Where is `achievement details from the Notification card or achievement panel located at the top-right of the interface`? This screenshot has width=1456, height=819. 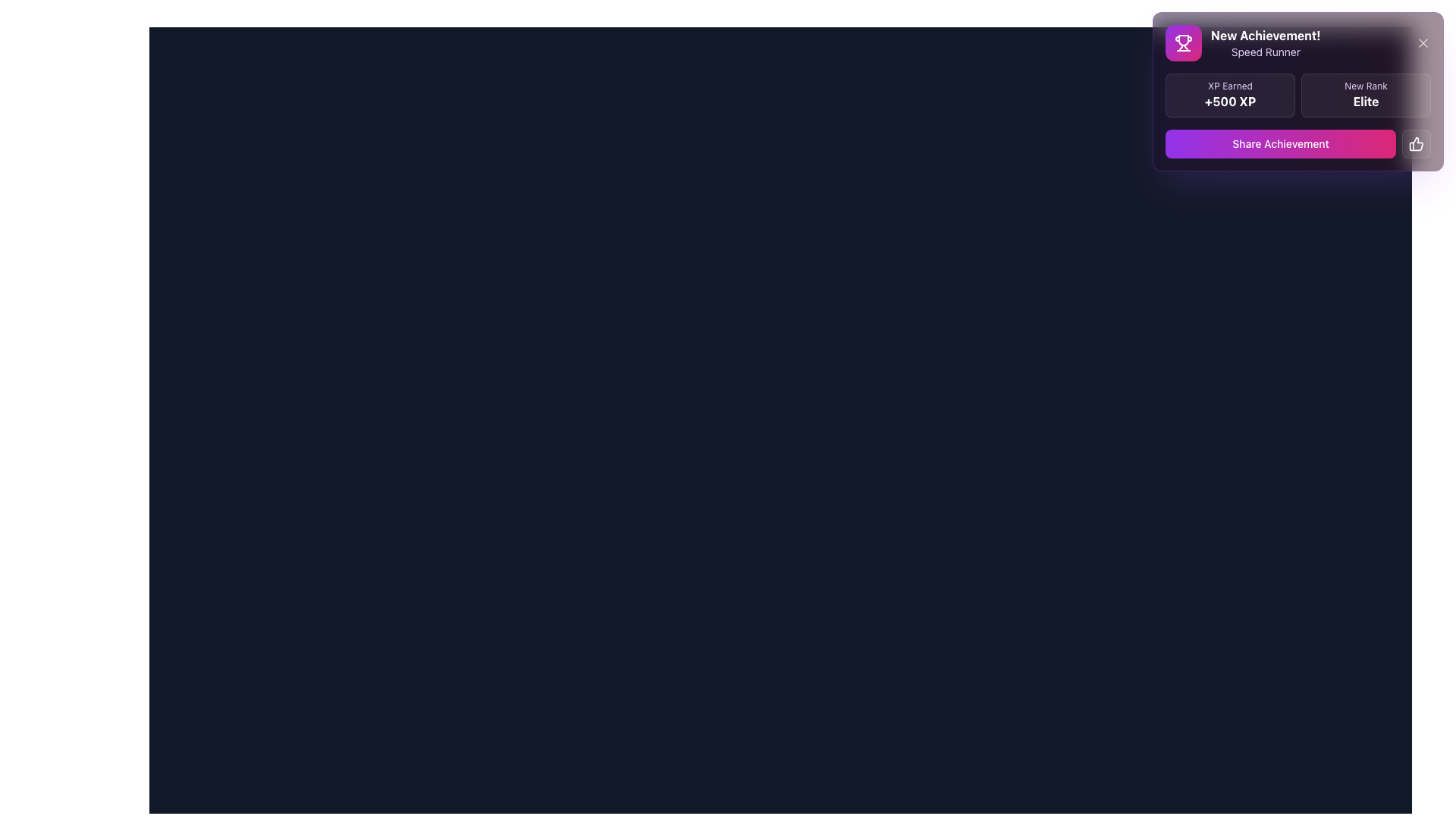
achievement details from the Notification card or achievement panel located at the top-right of the interface is located at coordinates (1298, 91).